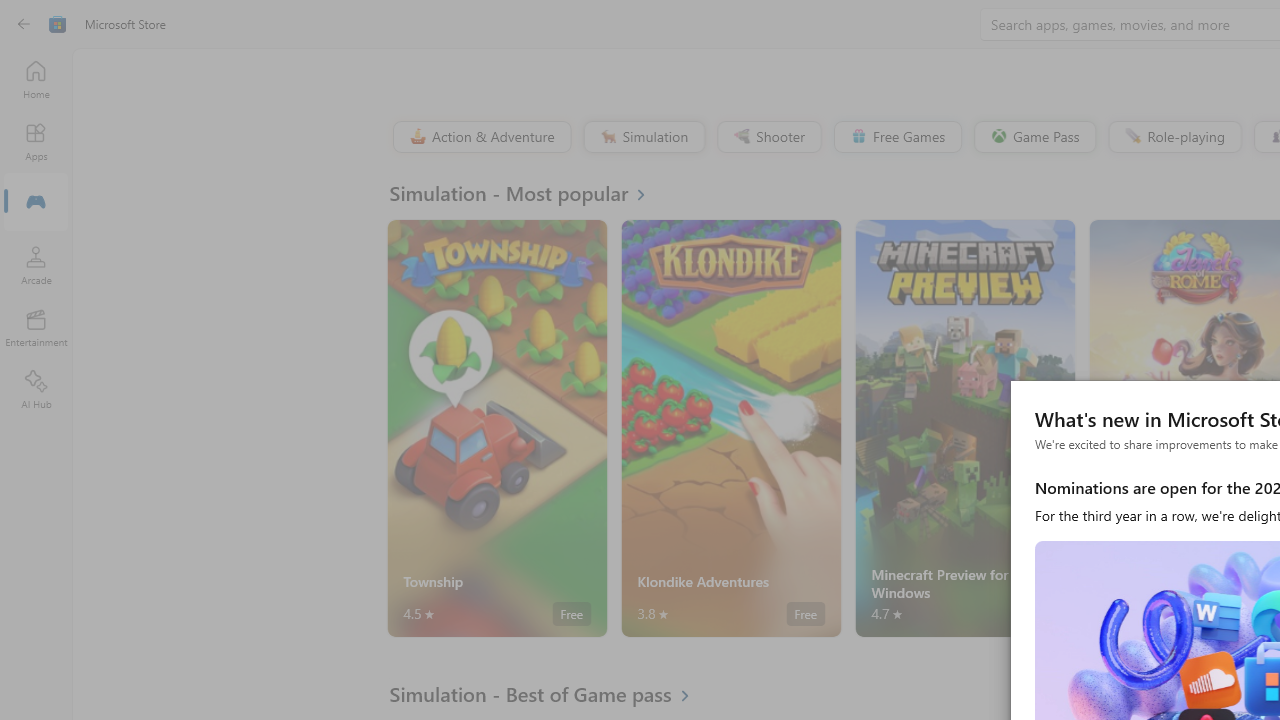  Describe the element at coordinates (529, 192) in the screenshot. I see `'See all  Simulation - Most popular'` at that location.